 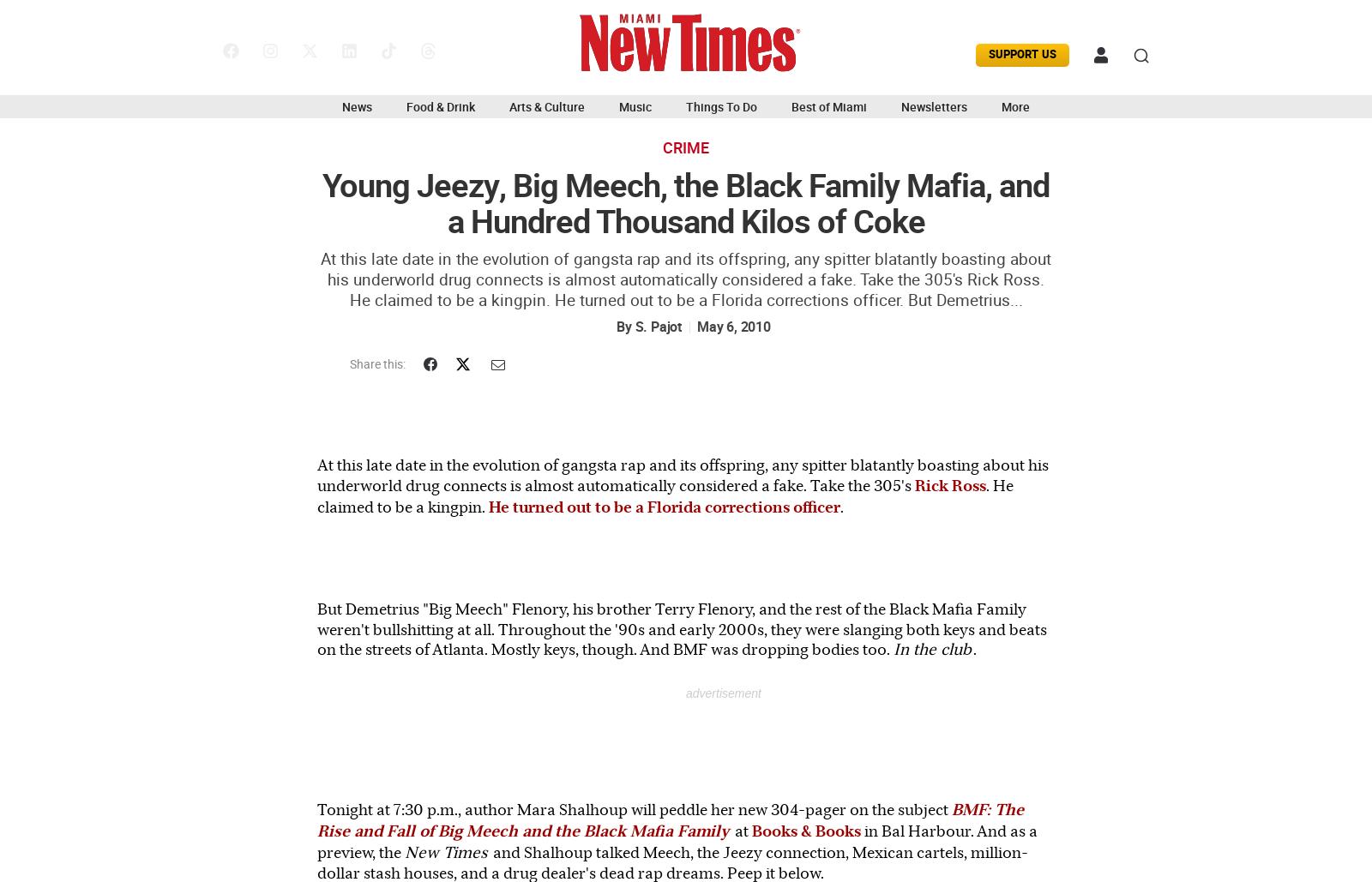 I want to click on 'At this late date in the evolution of gangsta rap and its offspring, any spitter blatantly boasting about his underworld drug connects is almost automatically considered a fake. Take the 305's Rick Ross. He claimed to be a kingpin. He turned out to be a Florida corrections officer. But Demetrius...', so click(x=321, y=279).